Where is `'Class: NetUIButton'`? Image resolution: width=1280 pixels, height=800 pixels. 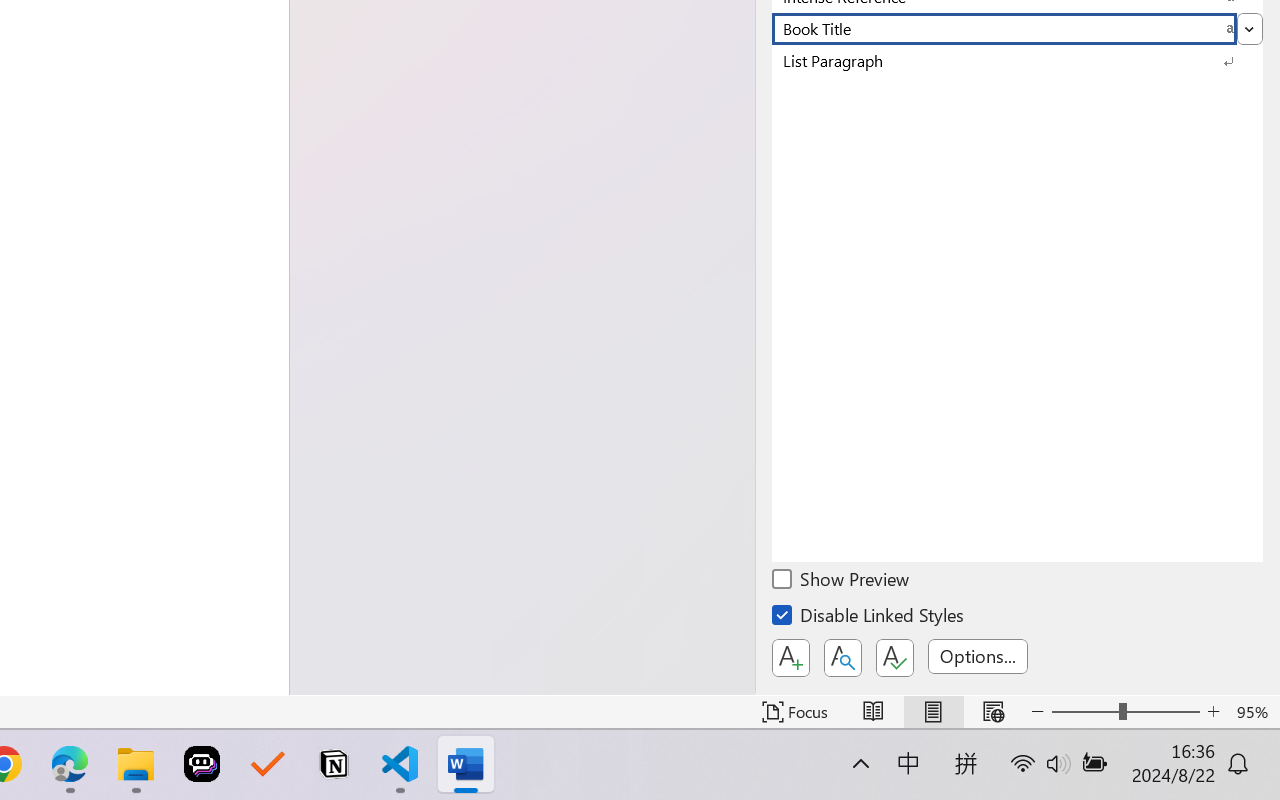 'Class: NetUIButton' is located at coordinates (893, 657).